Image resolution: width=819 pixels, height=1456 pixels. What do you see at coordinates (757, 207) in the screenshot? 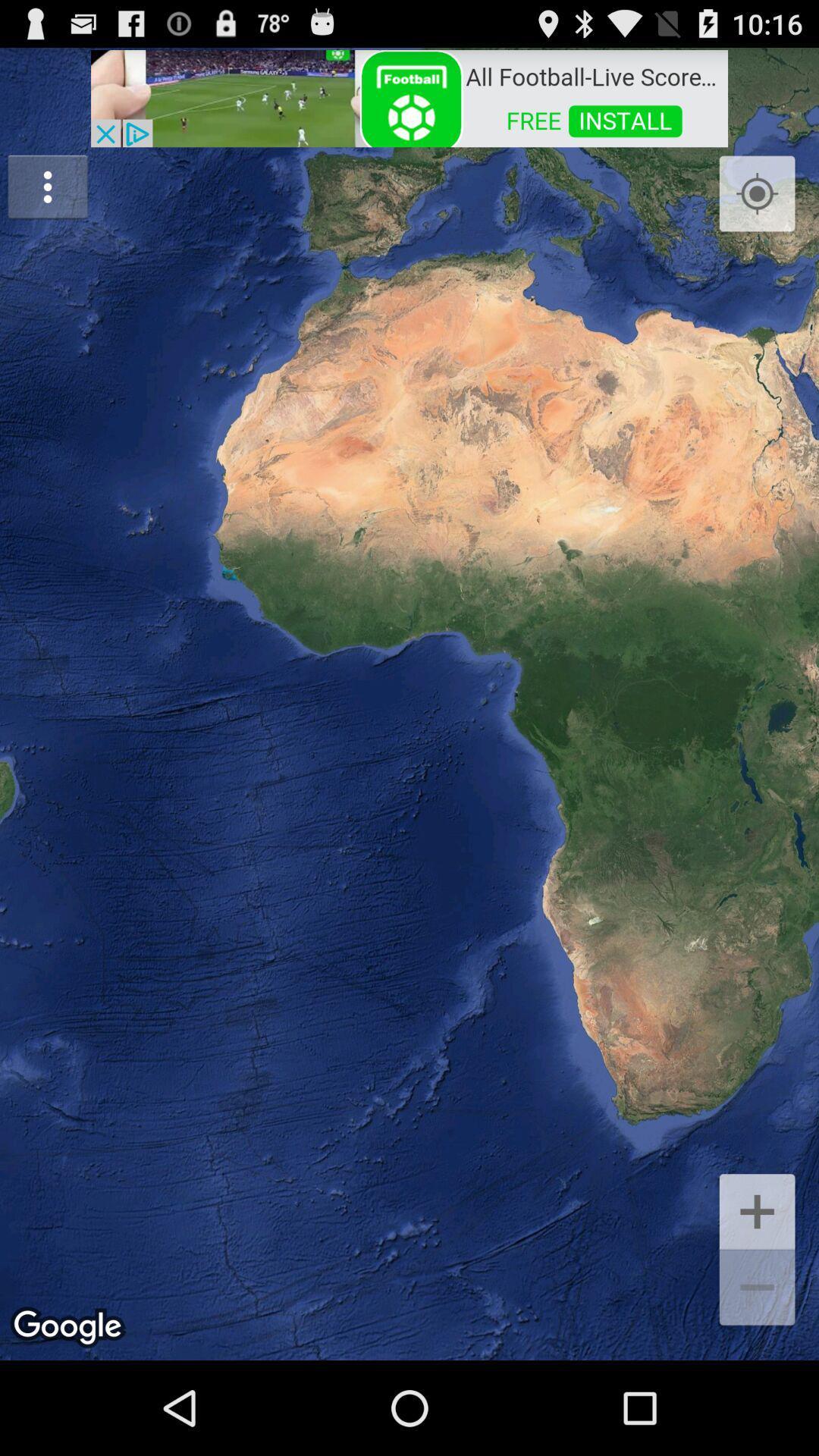
I see `the location_crosshair icon` at bounding box center [757, 207].